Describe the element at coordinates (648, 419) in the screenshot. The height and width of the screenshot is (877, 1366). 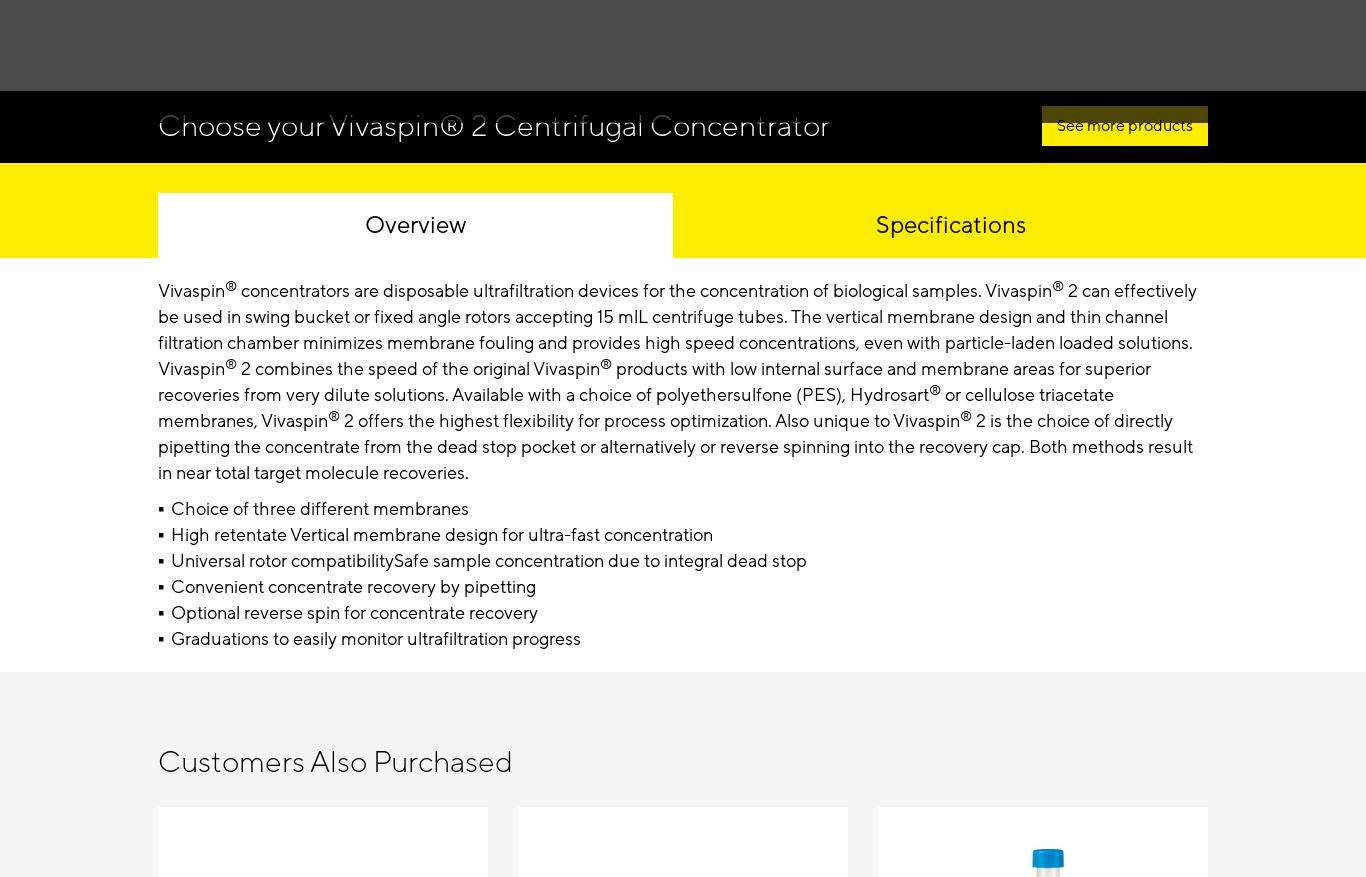
I see `'2 offers the highest flexibility for process optimization. Also unique to Vivaspin'` at that location.